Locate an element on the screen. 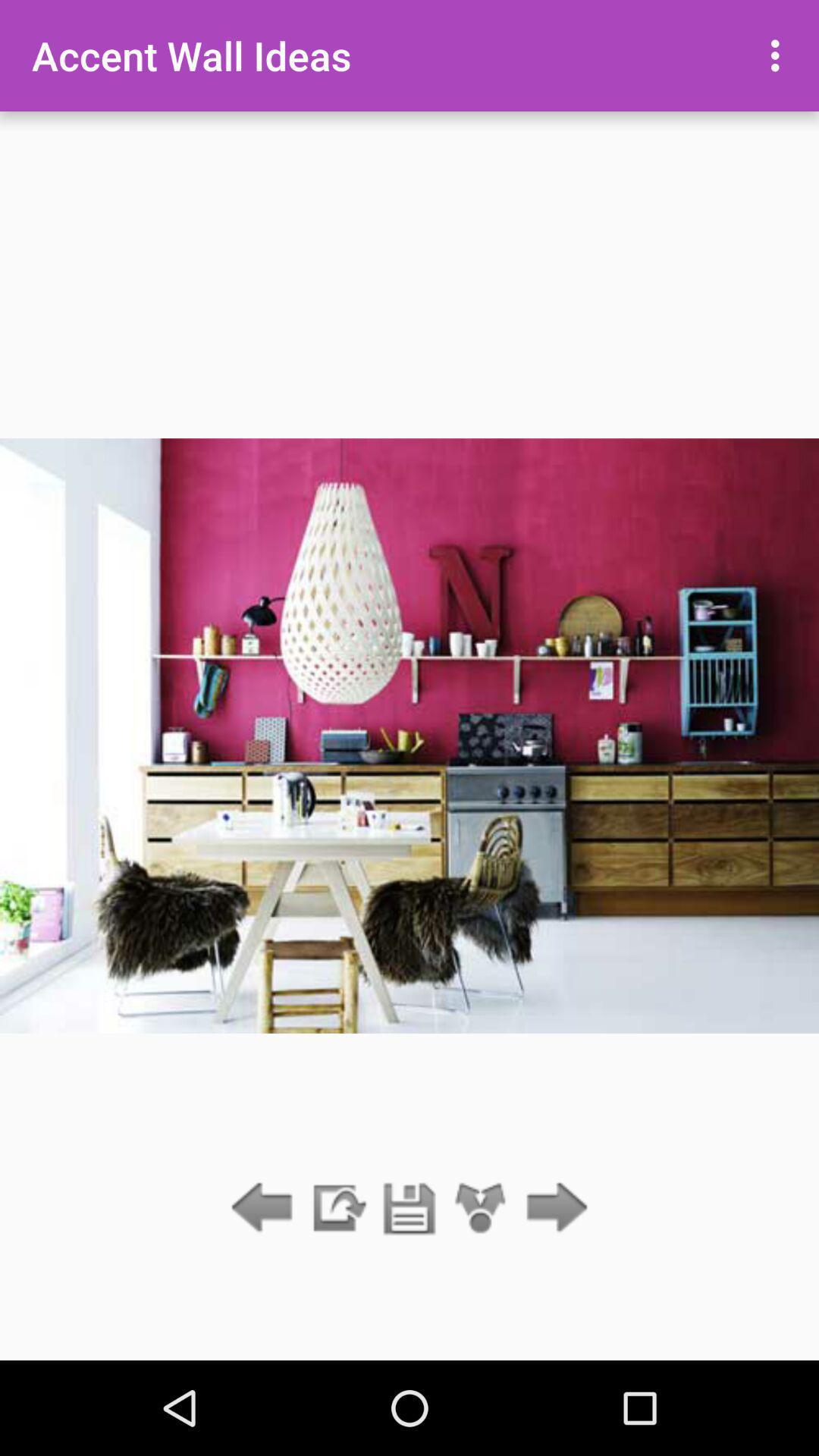  go back is located at coordinates (265, 1208).